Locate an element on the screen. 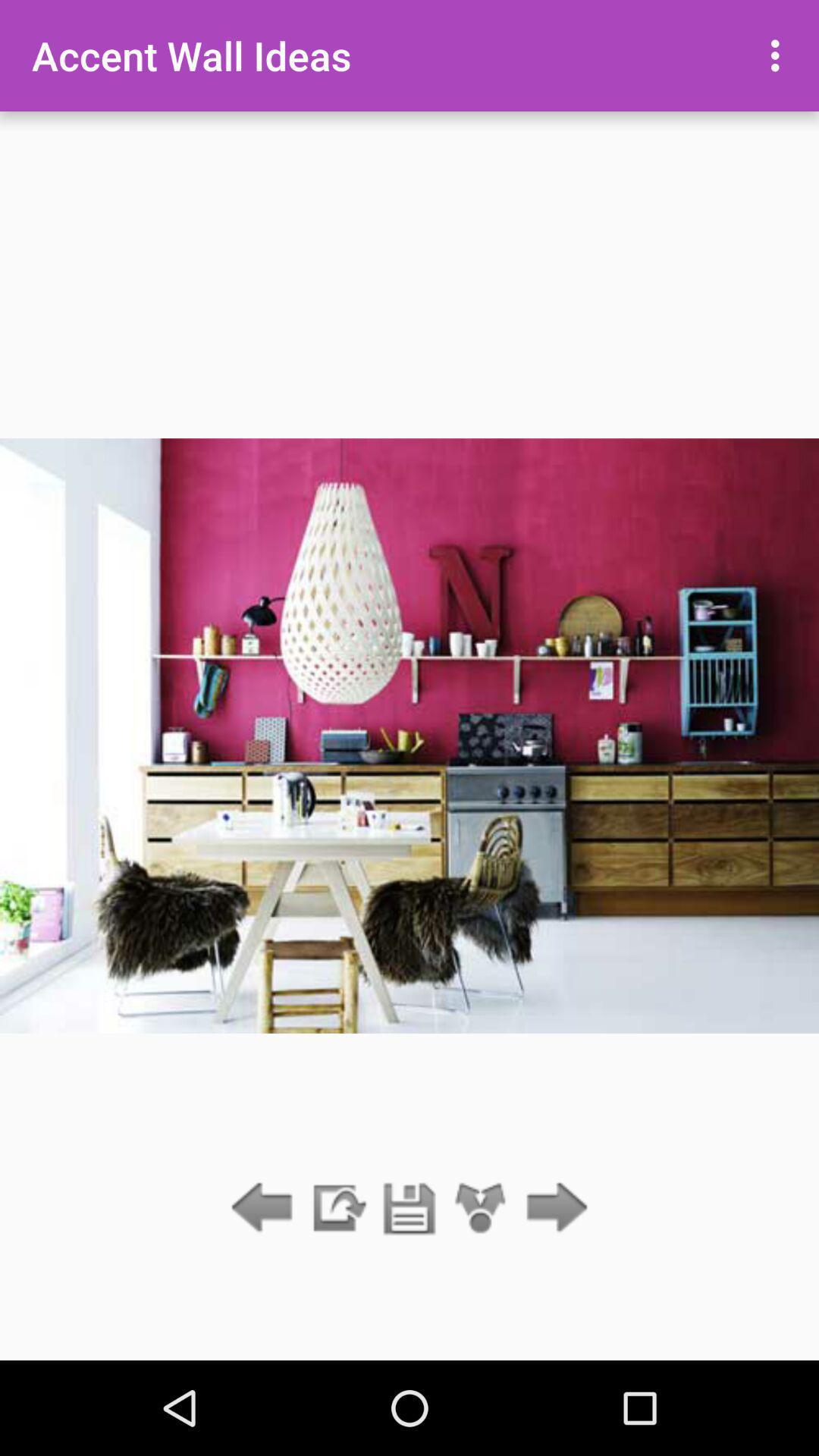  go back is located at coordinates (265, 1208).